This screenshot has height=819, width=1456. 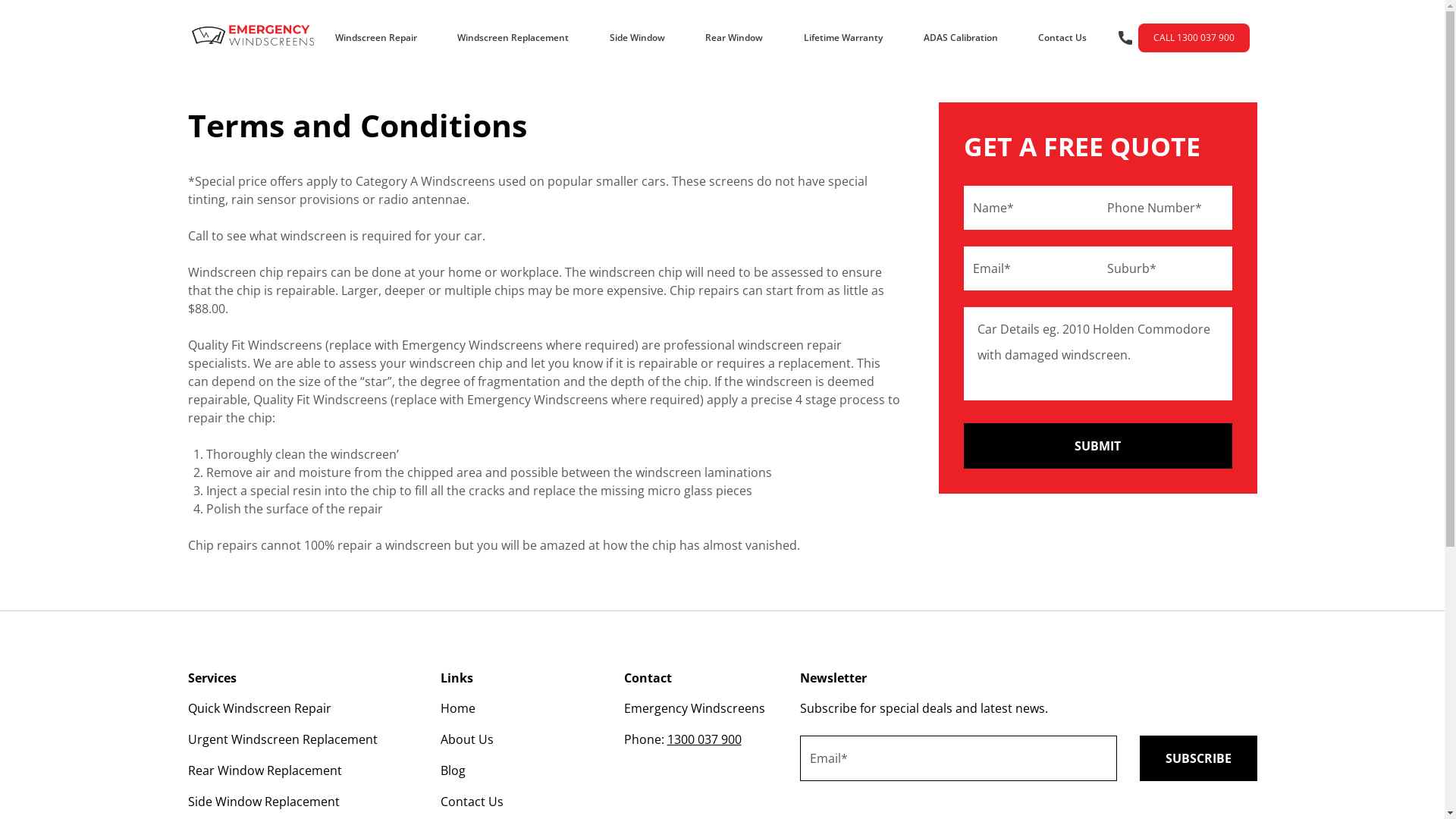 I want to click on 'ADAS Calibration', so click(x=960, y=37).